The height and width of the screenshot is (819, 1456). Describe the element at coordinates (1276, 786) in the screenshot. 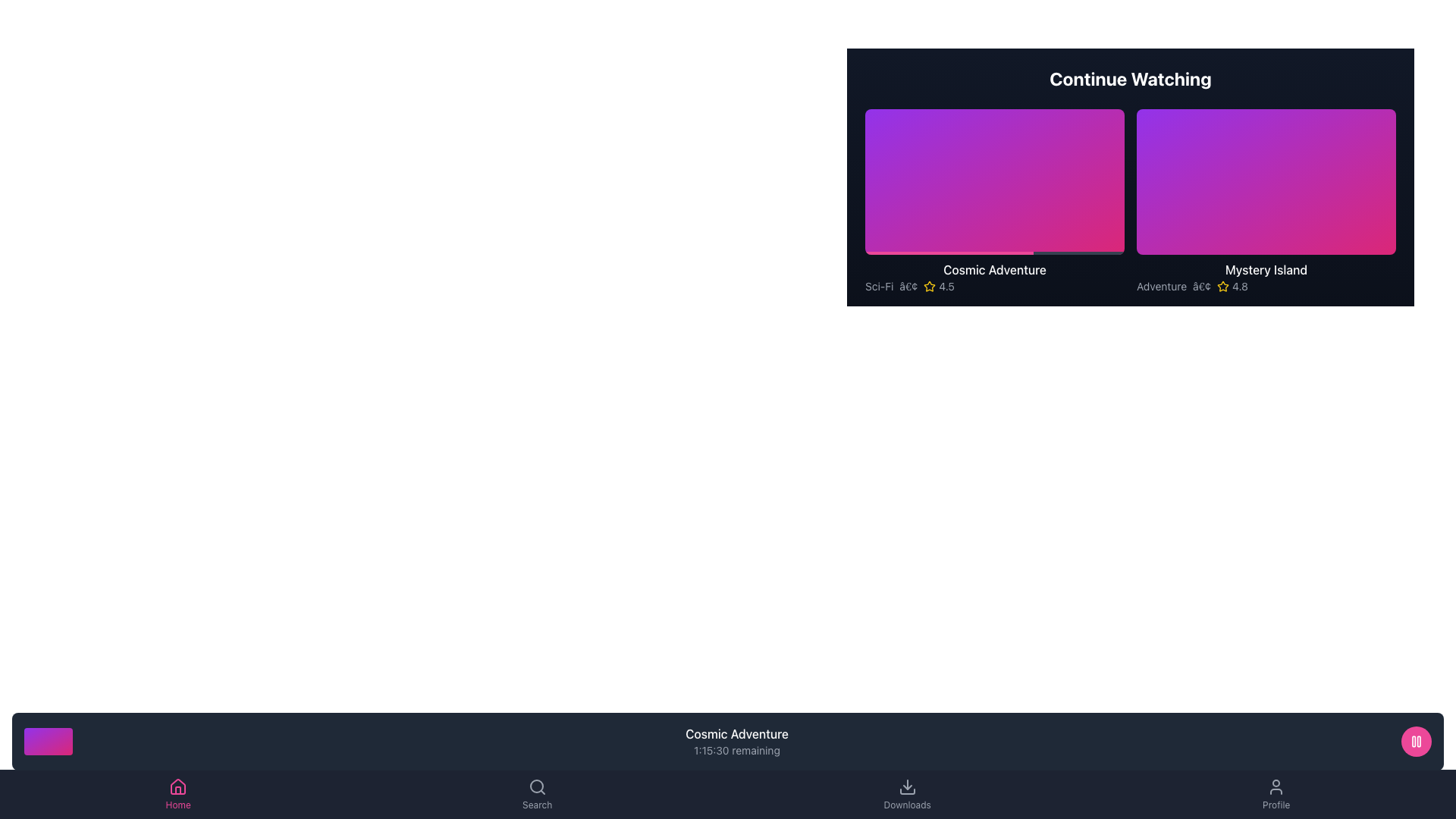

I see `the user profile icon located in the fifth position from the left in the bottom navigation bar` at that location.